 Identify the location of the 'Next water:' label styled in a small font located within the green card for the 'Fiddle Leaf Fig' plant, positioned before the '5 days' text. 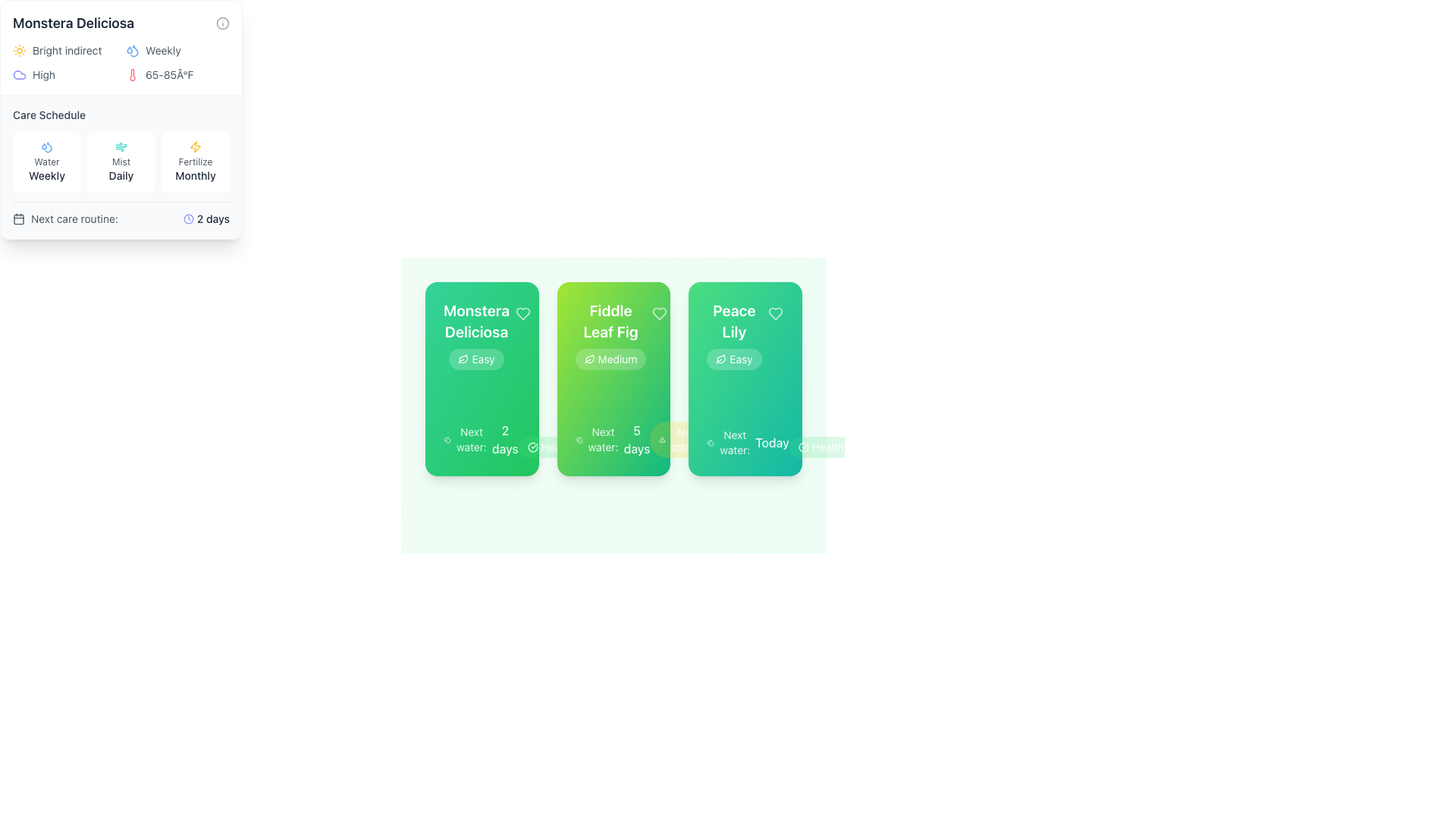
(602, 439).